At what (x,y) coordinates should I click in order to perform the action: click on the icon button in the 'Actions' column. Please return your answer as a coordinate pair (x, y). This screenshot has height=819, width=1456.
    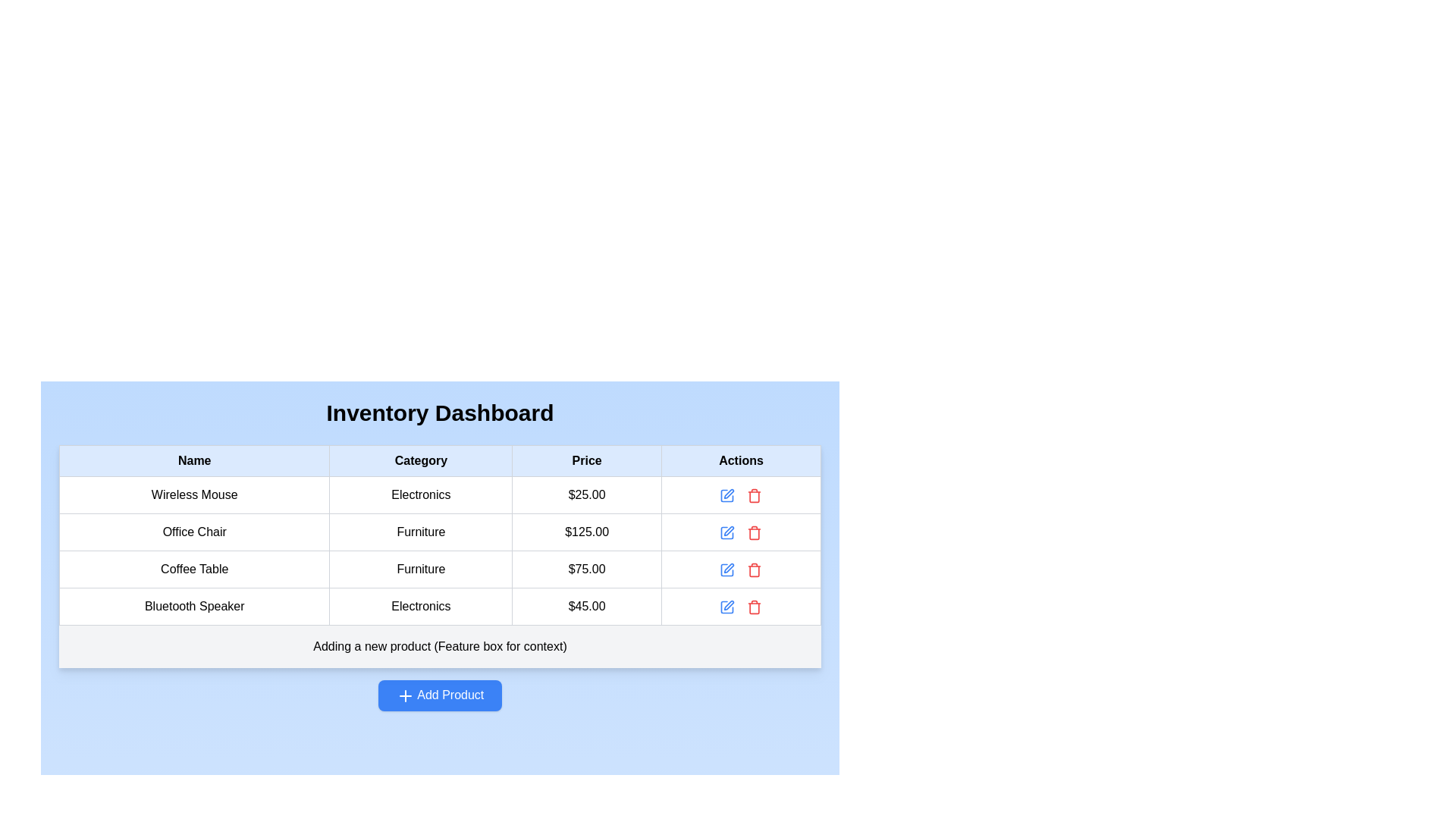
    Looking at the image, I should click on (726, 495).